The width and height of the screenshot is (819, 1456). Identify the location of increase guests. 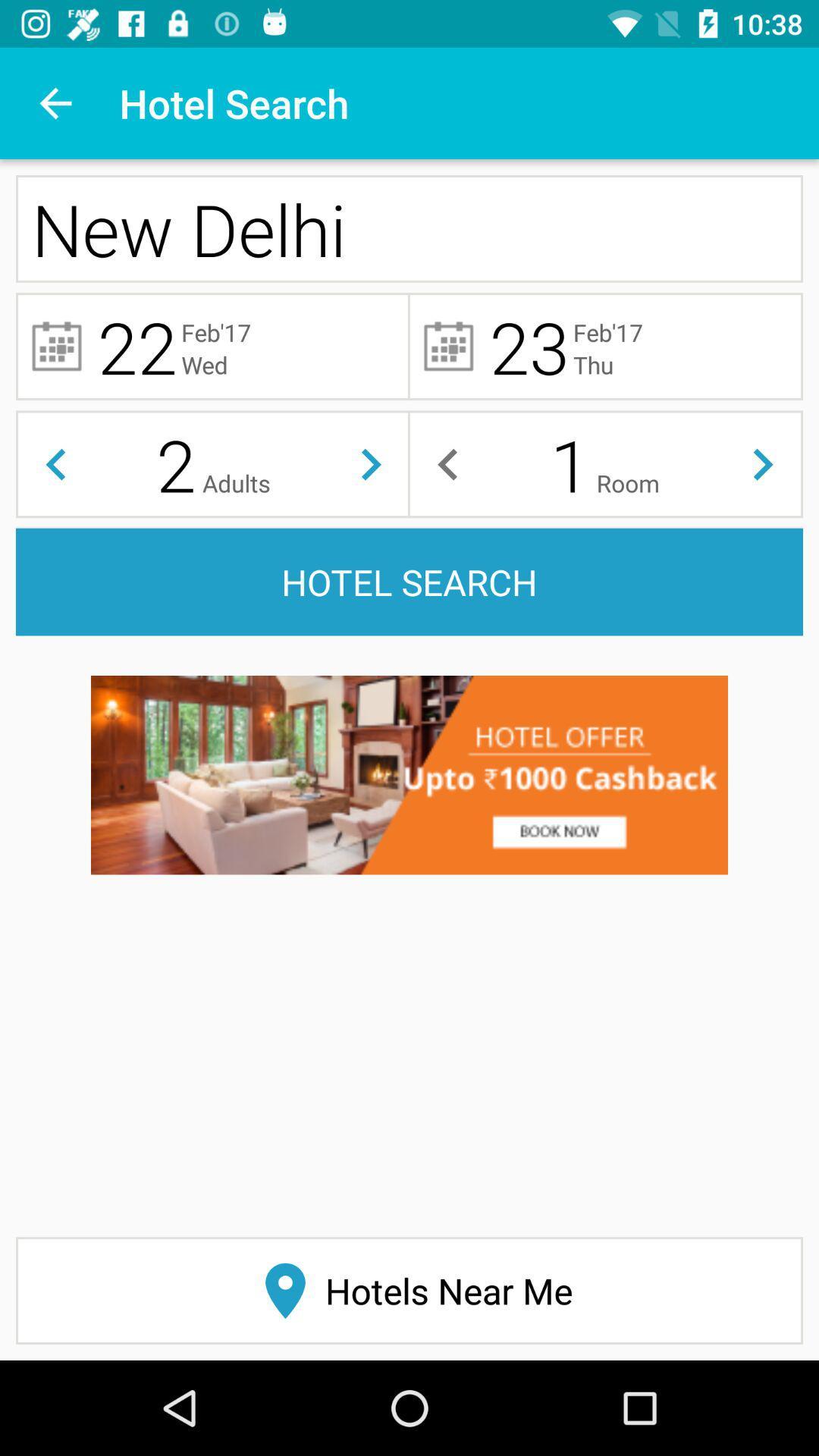
(371, 463).